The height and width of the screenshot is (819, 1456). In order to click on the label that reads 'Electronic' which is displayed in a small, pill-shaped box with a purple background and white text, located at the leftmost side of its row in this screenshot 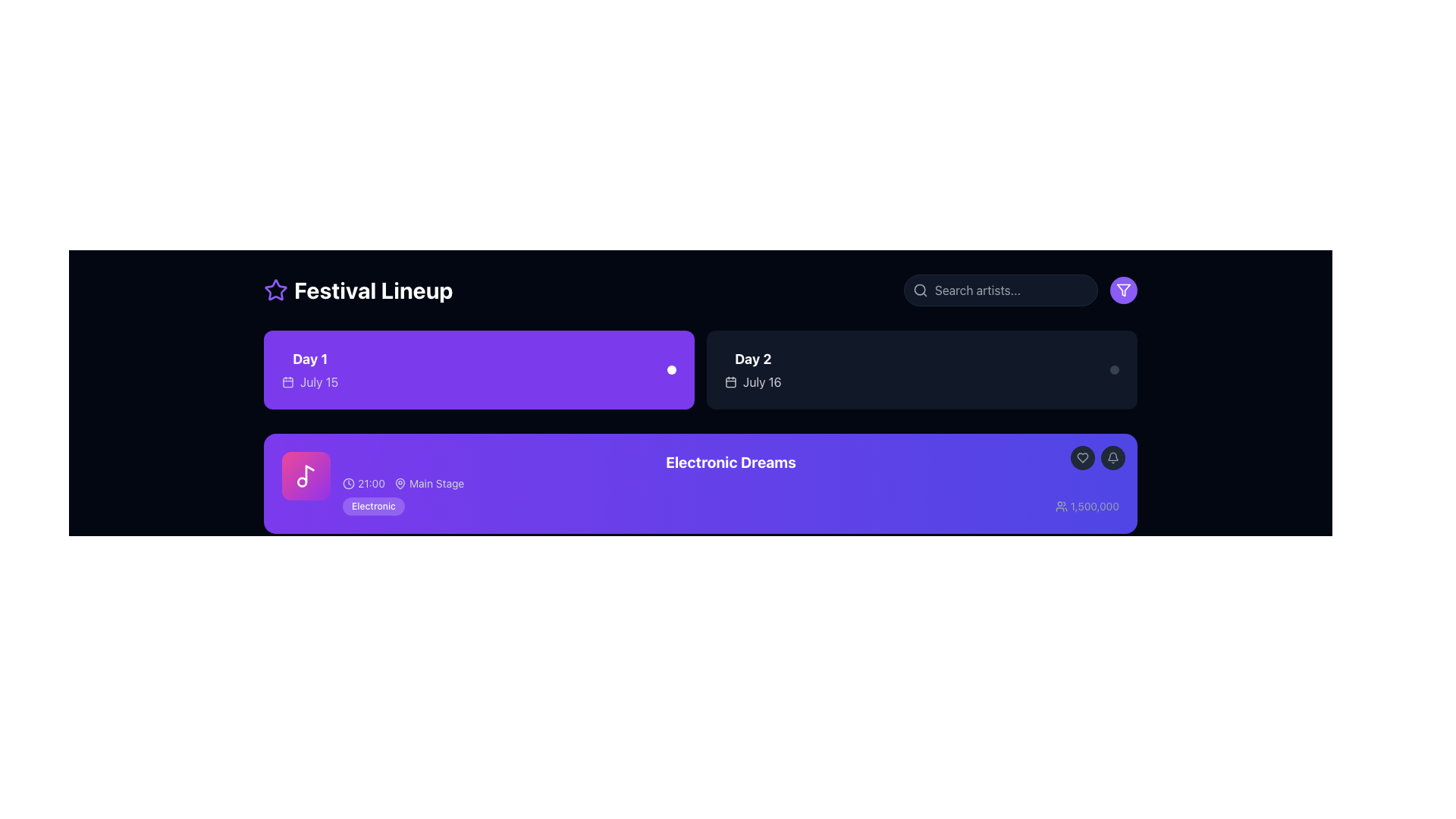, I will do `click(373, 506)`.